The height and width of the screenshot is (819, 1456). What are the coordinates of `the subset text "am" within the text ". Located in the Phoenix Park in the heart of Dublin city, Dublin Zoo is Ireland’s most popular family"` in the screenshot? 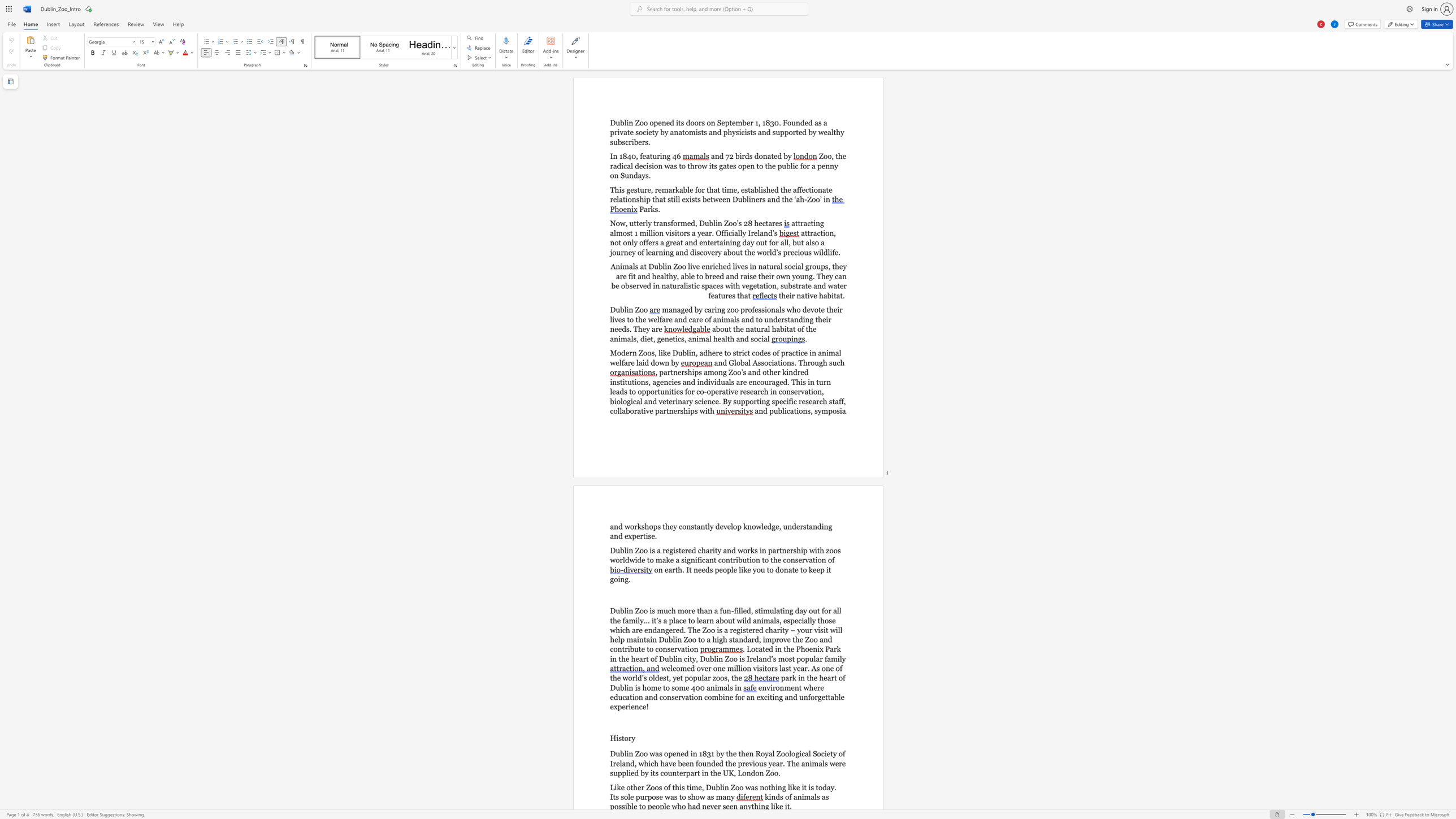 It's located at (826, 658).